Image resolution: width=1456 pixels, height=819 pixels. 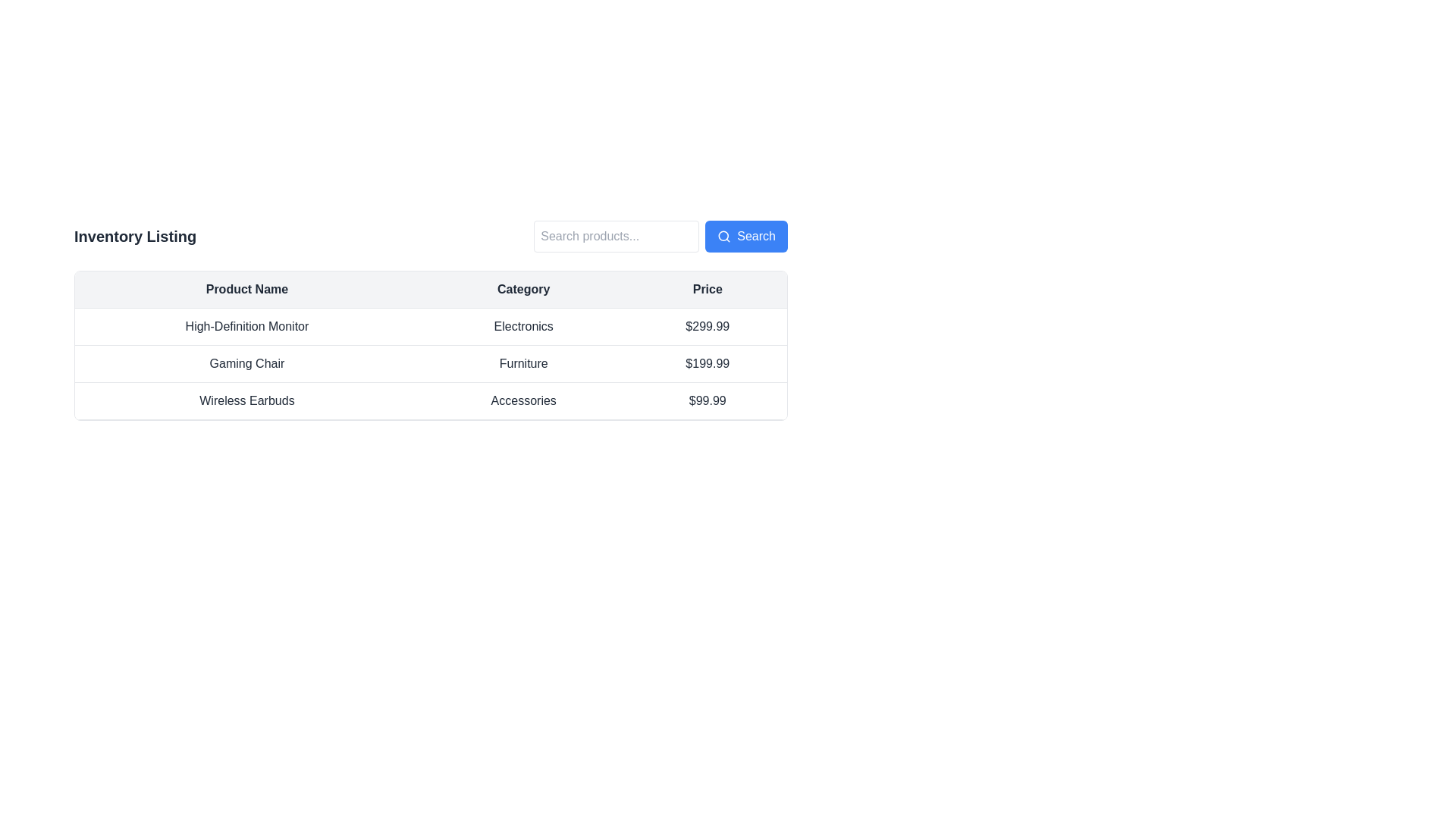 I want to click on the static text element displaying 'Gaming Chair' in the first column of the second row of the table, so click(x=247, y=363).